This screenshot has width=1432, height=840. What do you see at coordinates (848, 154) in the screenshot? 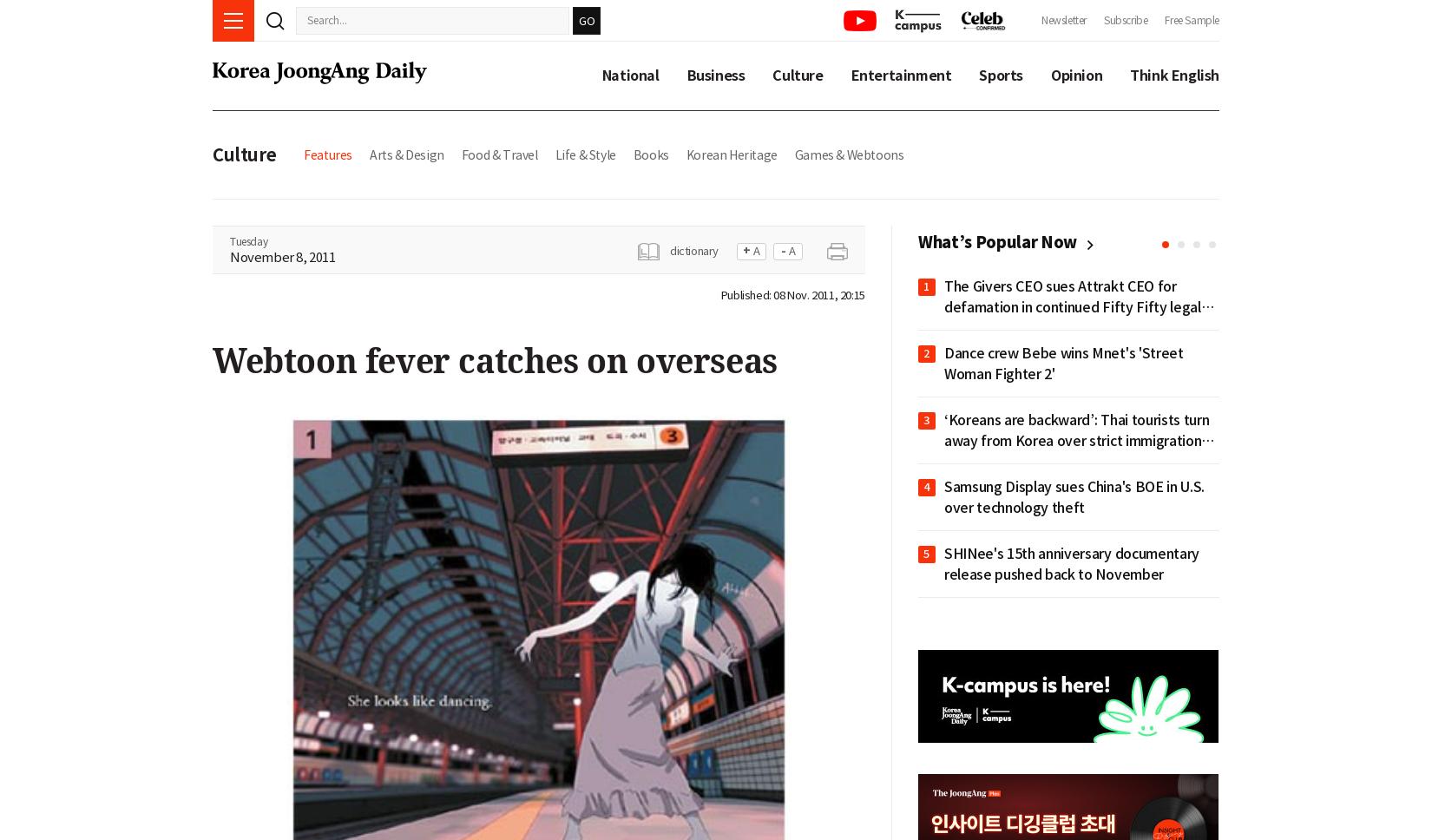
I see `'Games & Webtoons'` at bounding box center [848, 154].